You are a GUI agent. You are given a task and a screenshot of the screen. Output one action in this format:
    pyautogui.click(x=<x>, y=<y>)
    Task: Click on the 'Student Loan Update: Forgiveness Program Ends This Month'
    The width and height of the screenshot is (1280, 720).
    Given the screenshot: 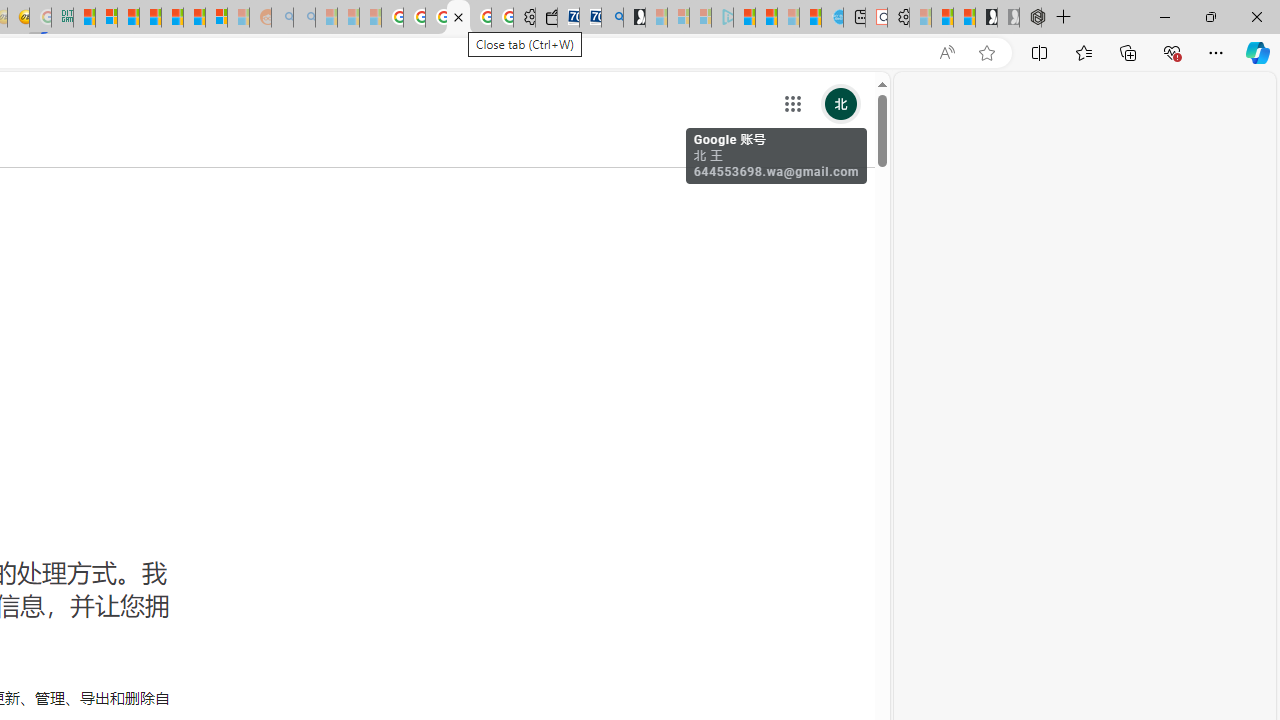 What is the action you would take?
    pyautogui.click(x=149, y=17)
    